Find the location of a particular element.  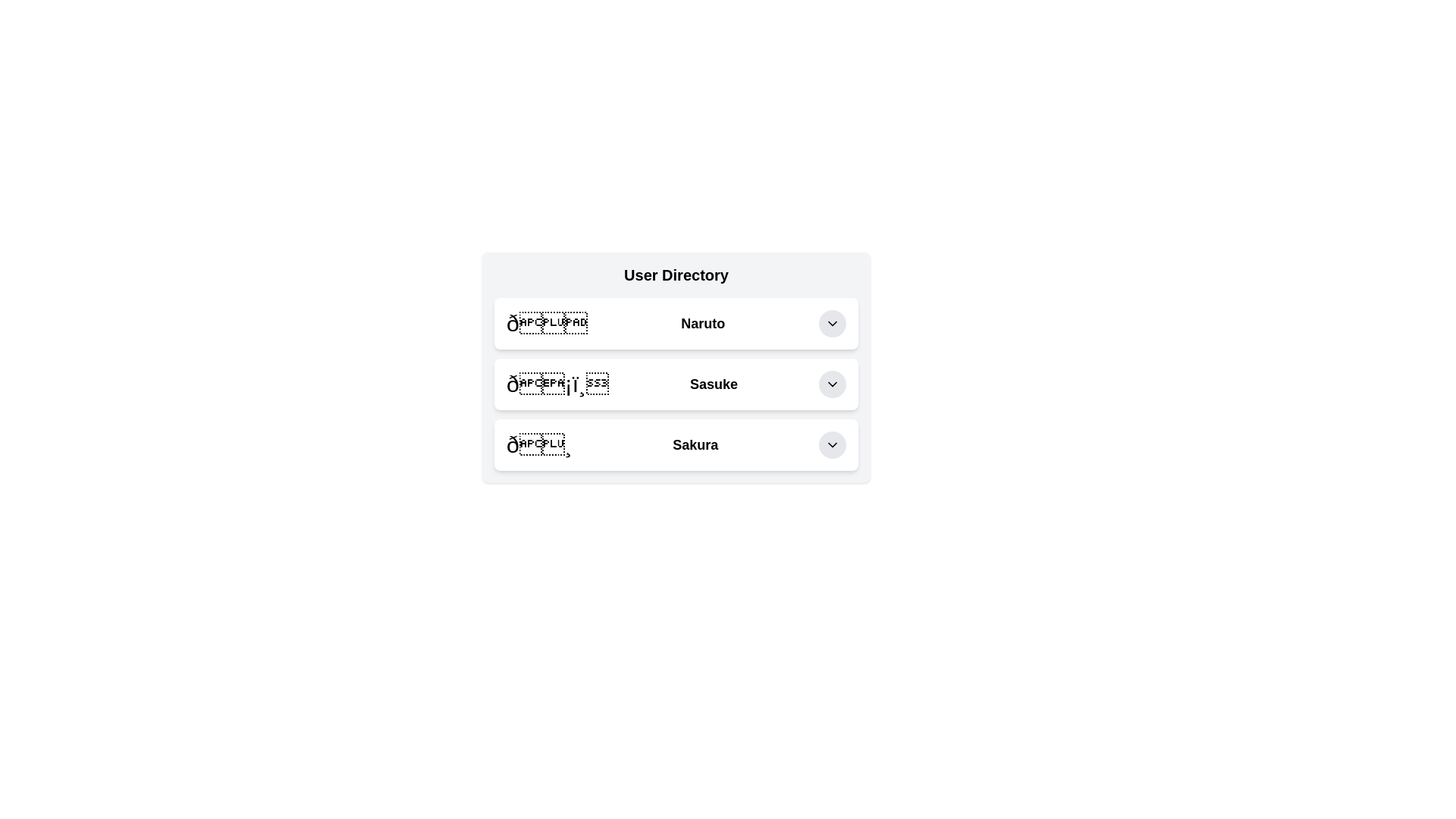

the dropdown trigger button located on the rightmost side of the row containing the text 'Sasuke' in the 'User Directory' list is located at coordinates (832, 383).